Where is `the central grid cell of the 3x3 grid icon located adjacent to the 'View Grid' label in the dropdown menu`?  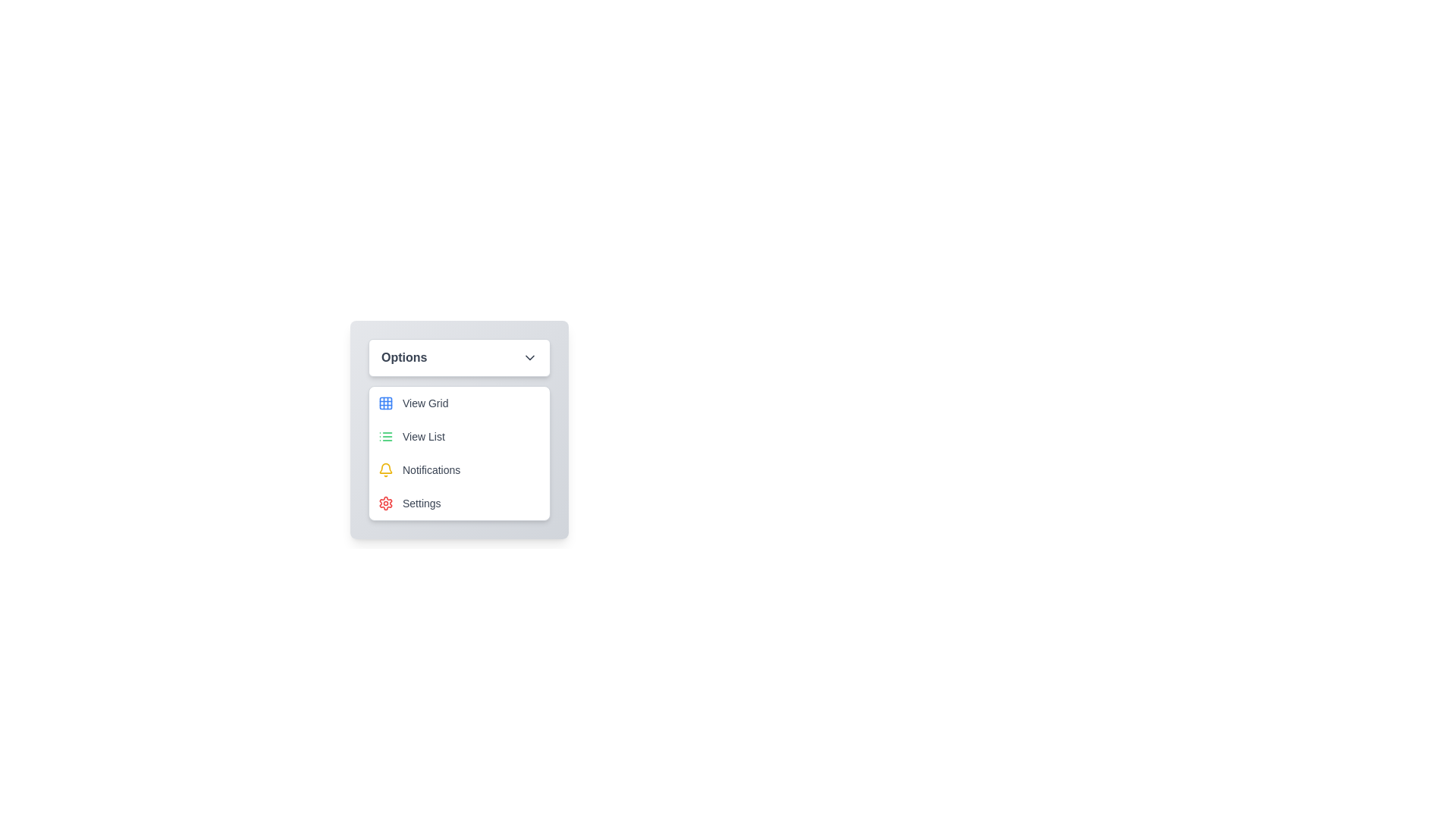
the central grid cell of the 3x3 grid icon located adjacent to the 'View Grid' label in the dropdown menu is located at coordinates (385, 403).